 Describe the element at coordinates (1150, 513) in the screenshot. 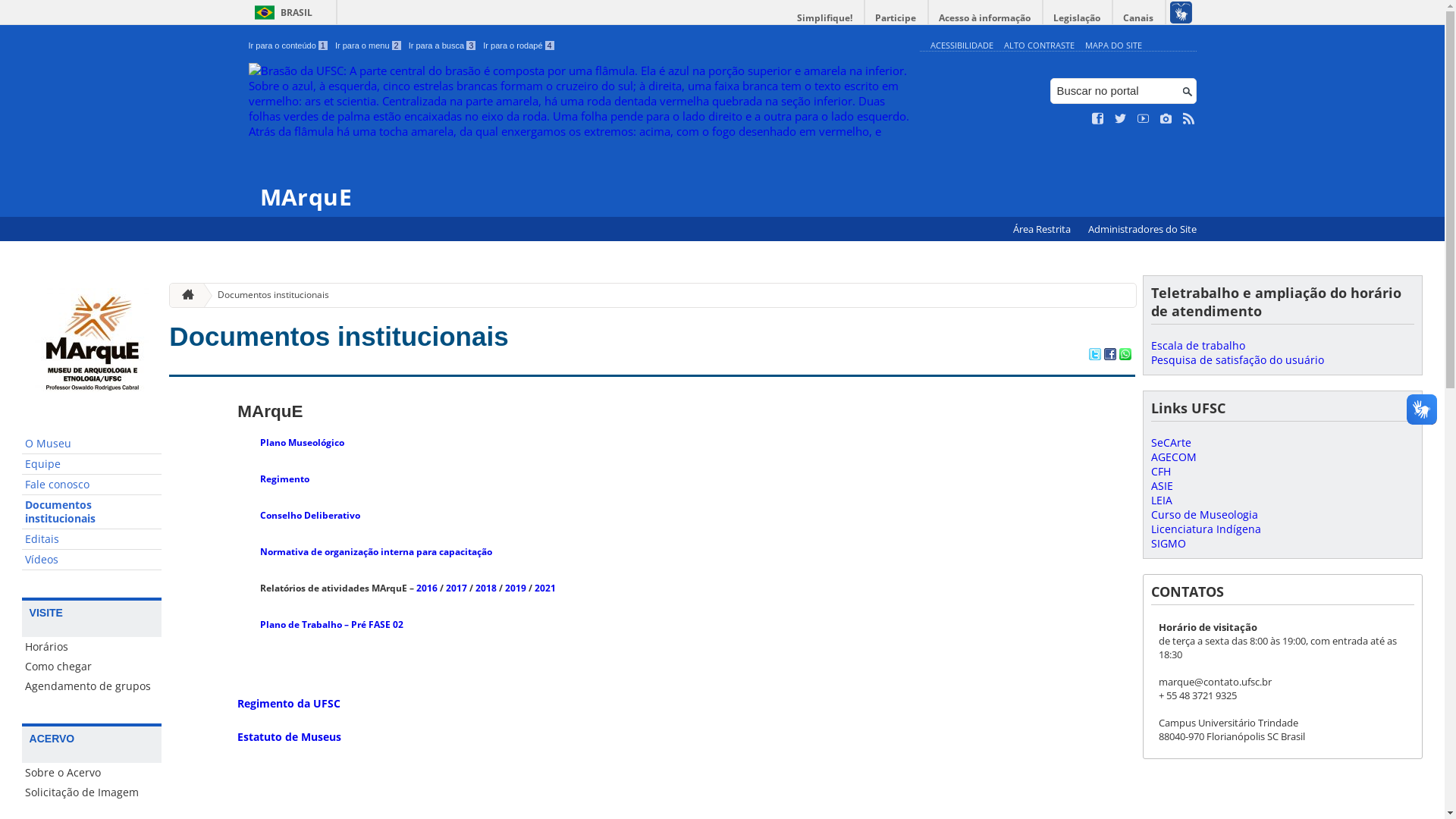

I see `'Curso de Museologia'` at that location.